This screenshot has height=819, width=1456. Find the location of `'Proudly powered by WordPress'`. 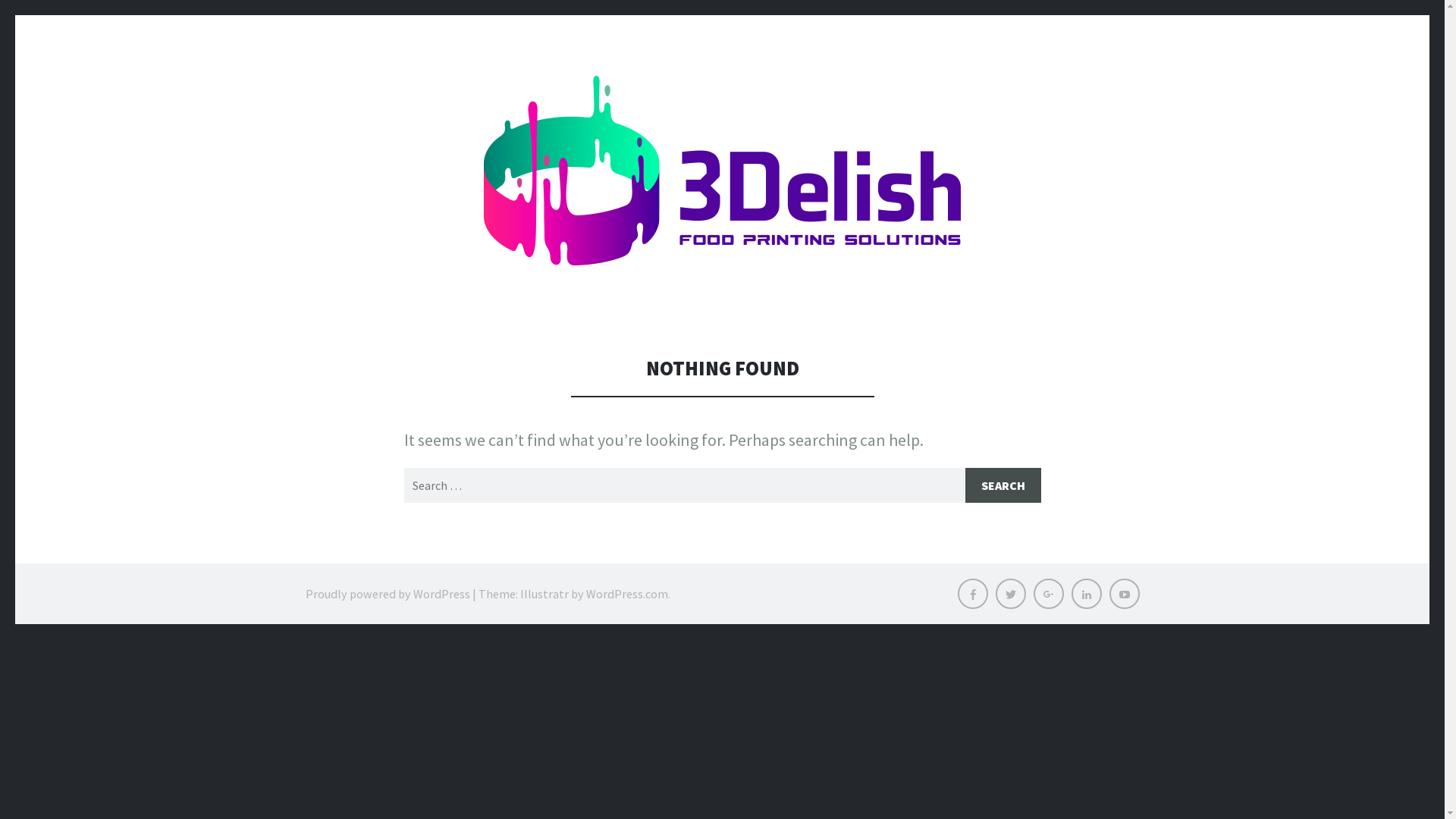

'Proudly powered by WordPress' is located at coordinates (387, 593).